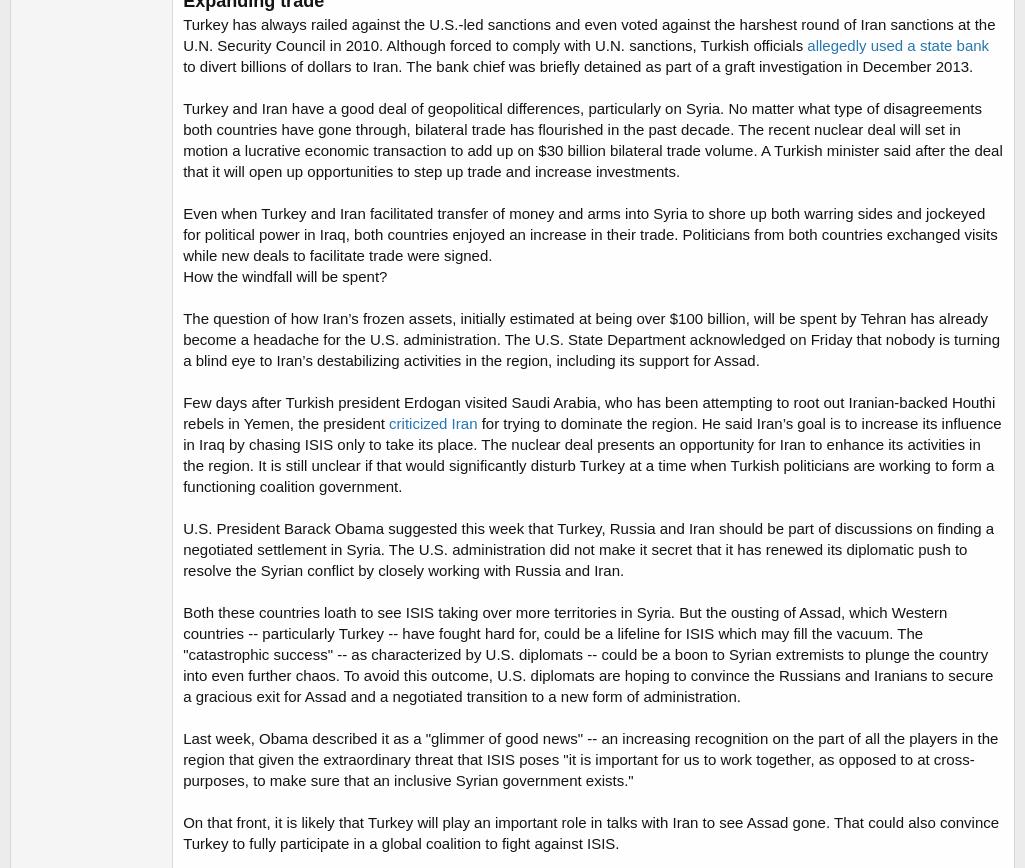  I want to click on 'The question of how Iran’s frozen assets, initially estimated at being over $100 billion, will be spent by Tehran has already become a headache for the U.S. administration. The U.S. State Department acknowledged on Friday that nobody is turning a blind eye to Iran’s destabilizing activities in the region, including its support for Assad.', so click(591, 339).